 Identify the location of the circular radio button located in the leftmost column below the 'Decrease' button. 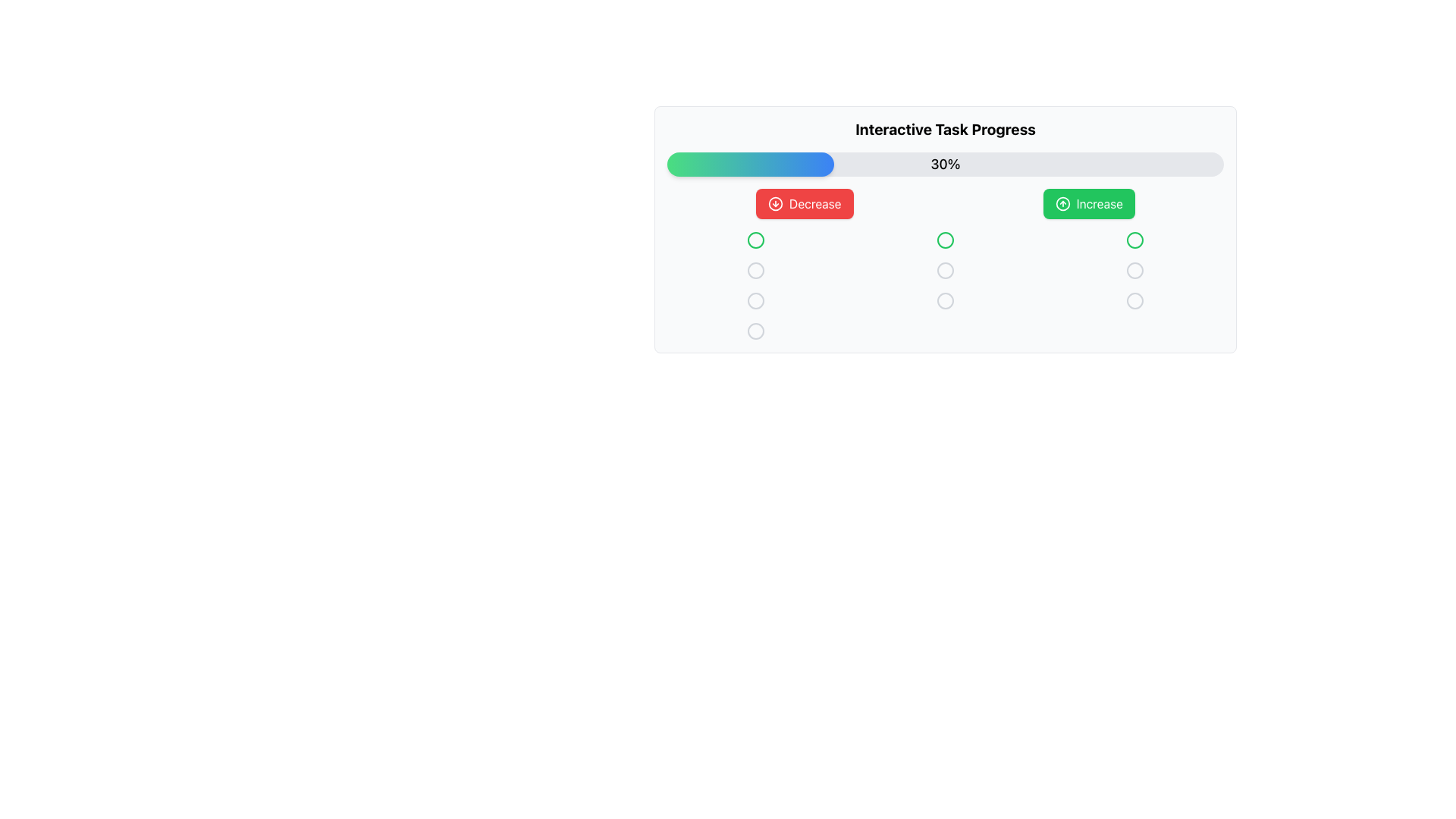
(756, 239).